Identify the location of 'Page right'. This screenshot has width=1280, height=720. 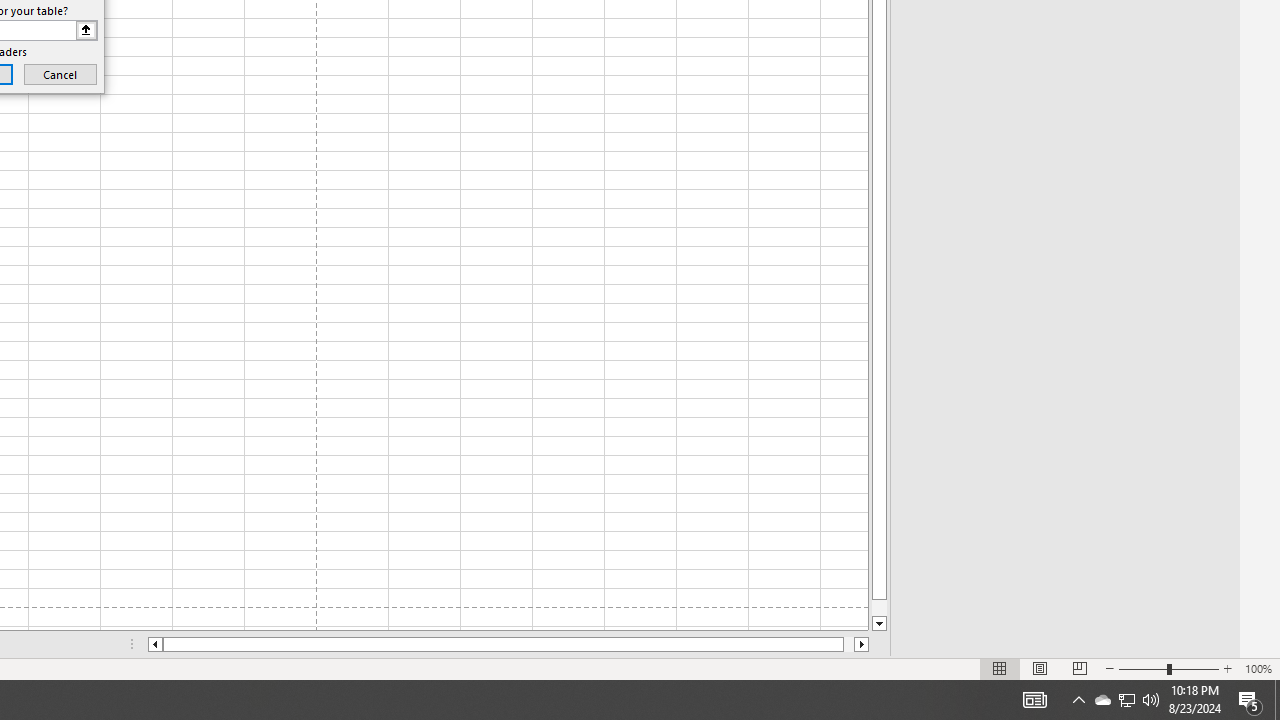
(848, 644).